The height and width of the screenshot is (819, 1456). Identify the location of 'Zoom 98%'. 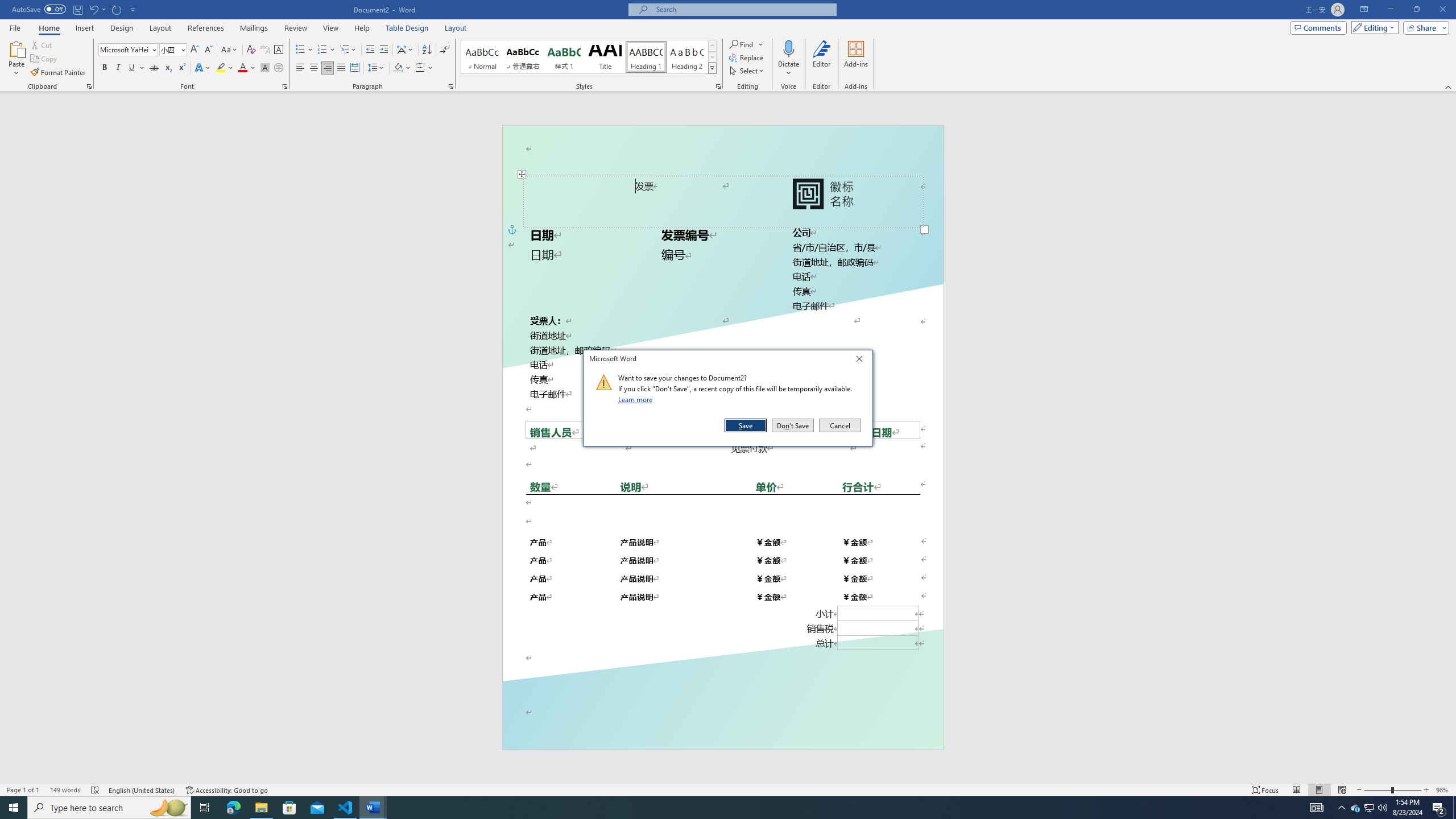
(1443, 790).